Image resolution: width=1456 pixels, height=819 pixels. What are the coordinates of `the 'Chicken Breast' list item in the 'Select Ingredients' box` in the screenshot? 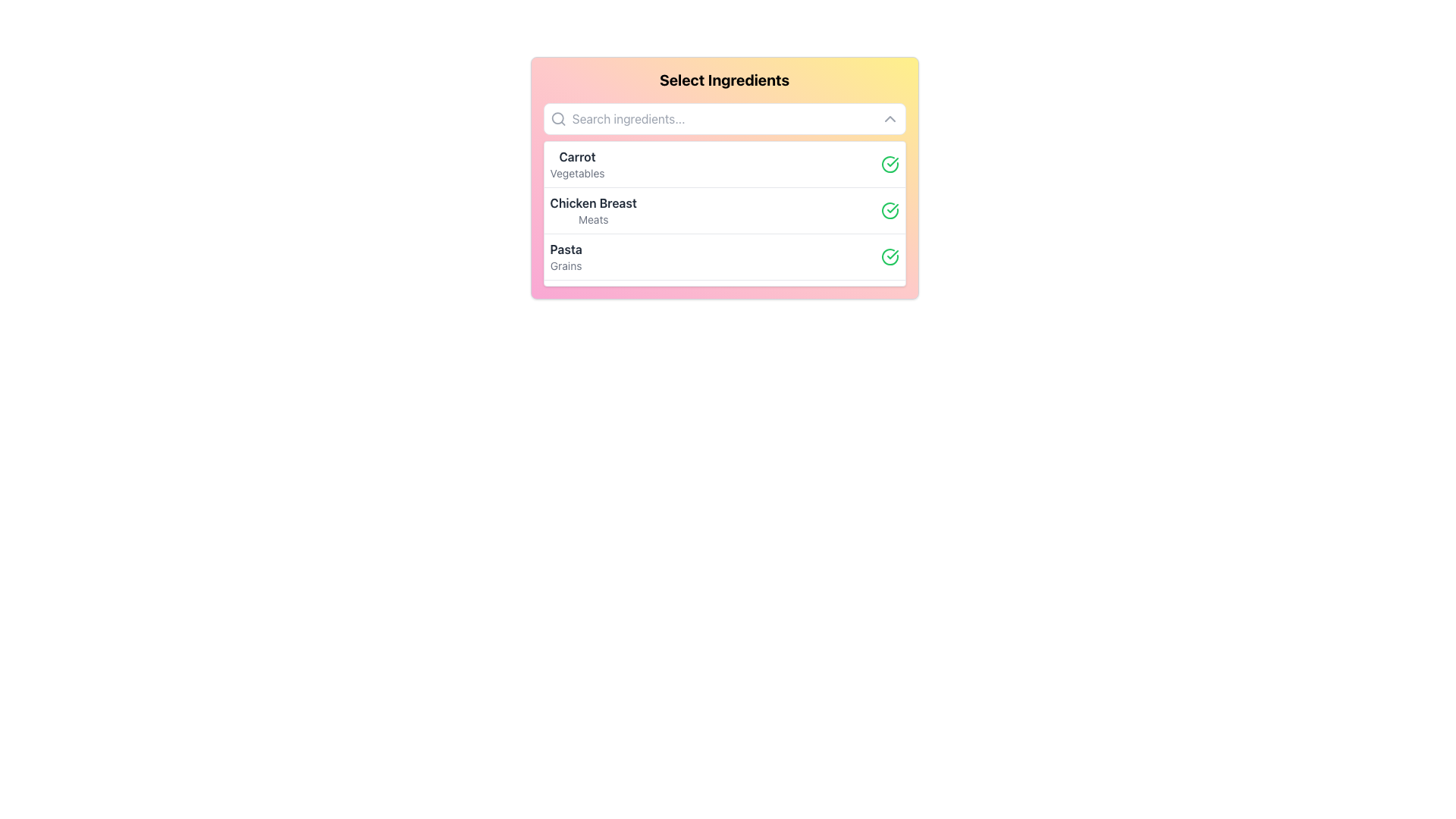 It's located at (723, 211).